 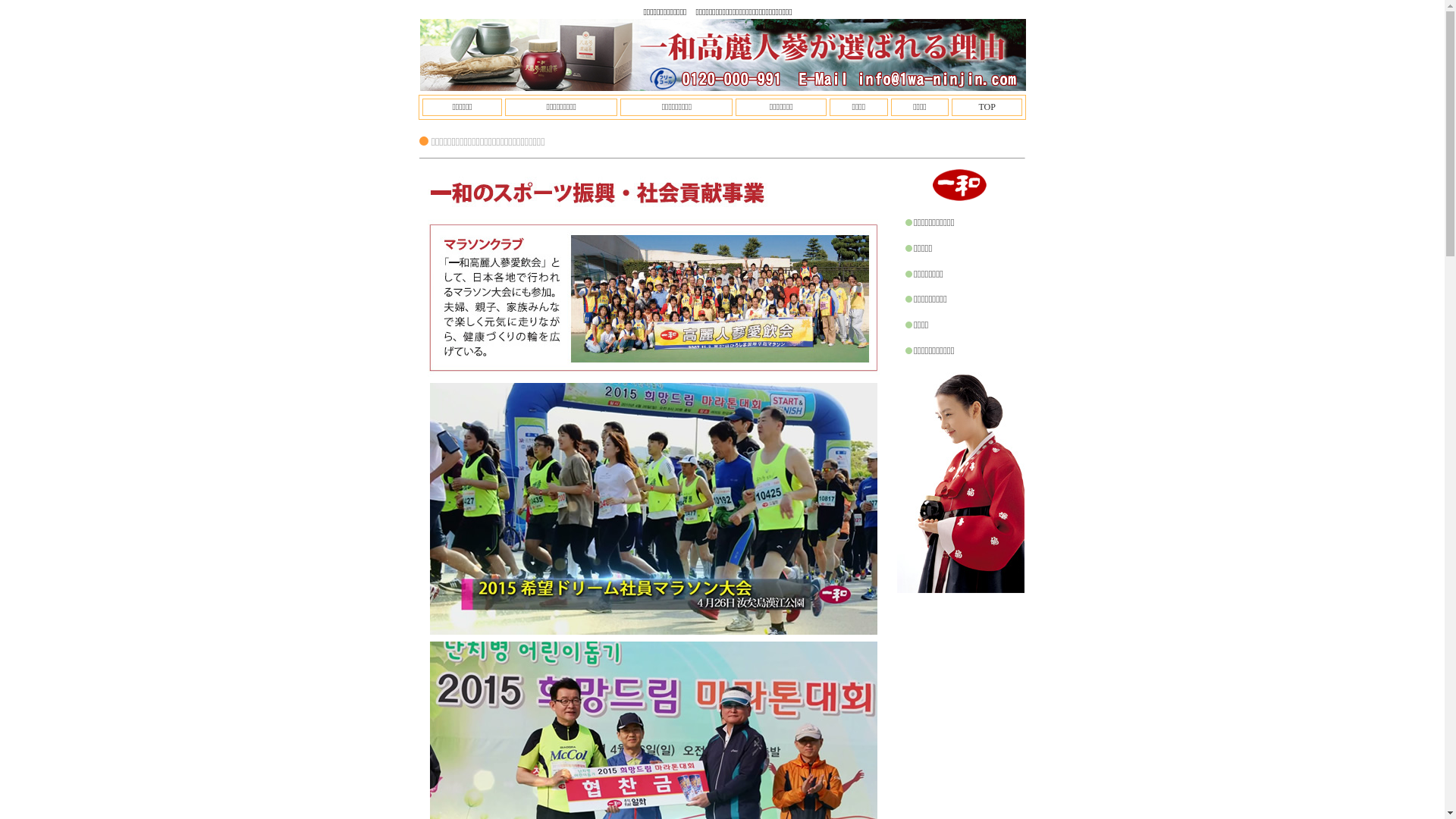 What do you see at coordinates (986, 106) in the screenshot?
I see `'TOP'` at bounding box center [986, 106].